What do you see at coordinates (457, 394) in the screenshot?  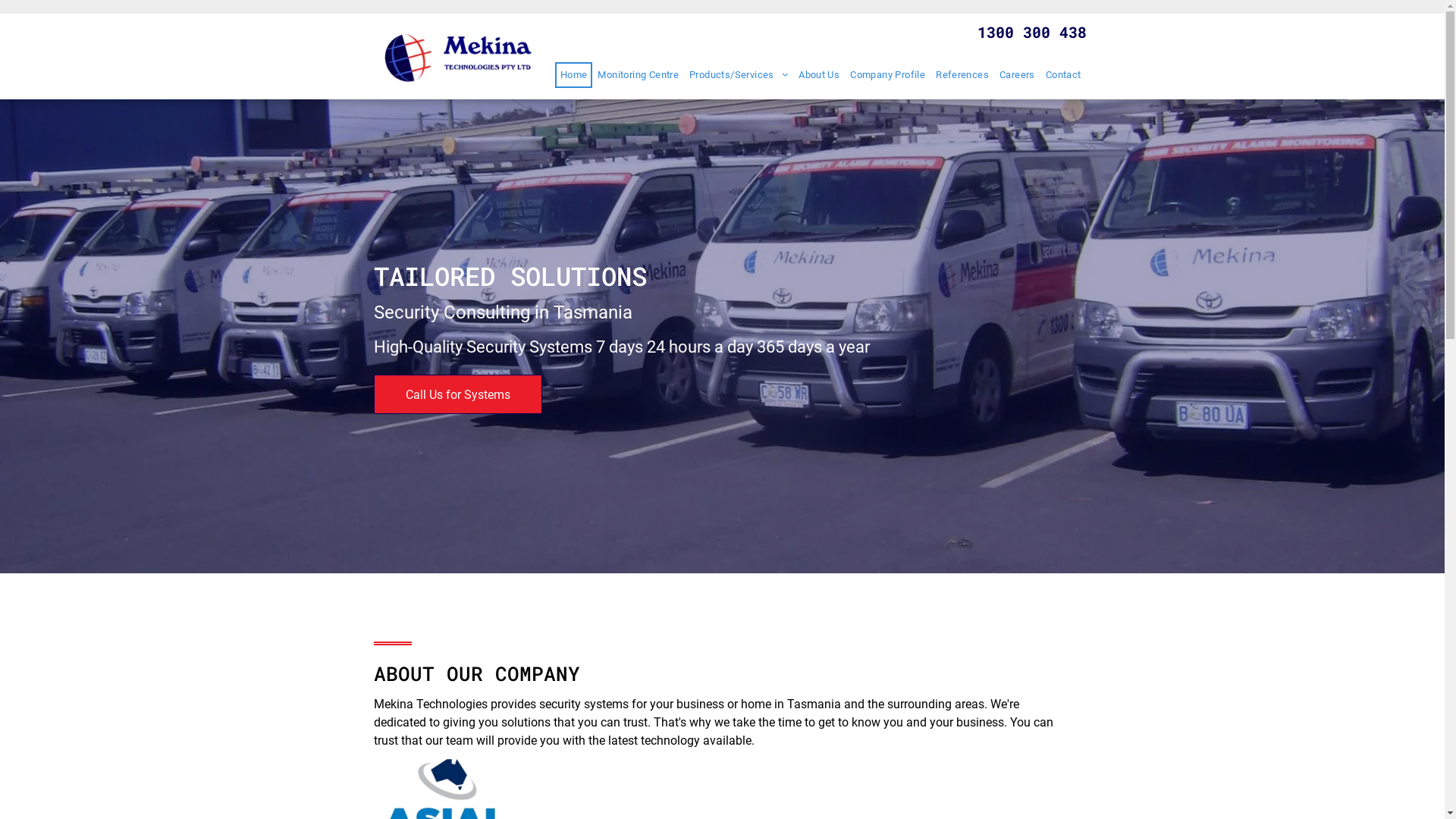 I see `'Call Us for Systems'` at bounding box center [457, 394].